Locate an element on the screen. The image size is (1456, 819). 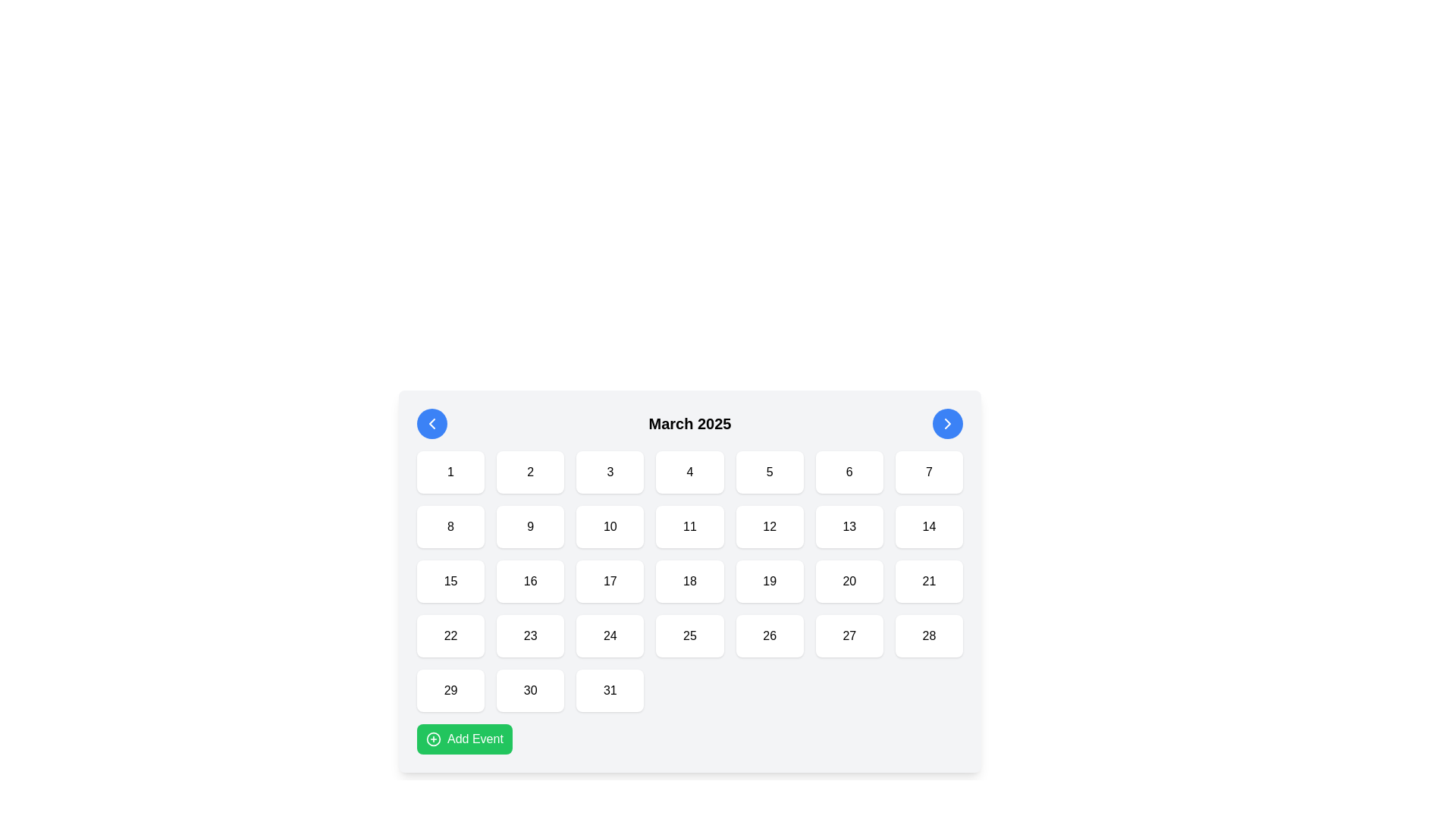
the icon indicating an addition action that is part of the 'Add Event' button located at the bottom left of the page is located at coordinates (432, 739).